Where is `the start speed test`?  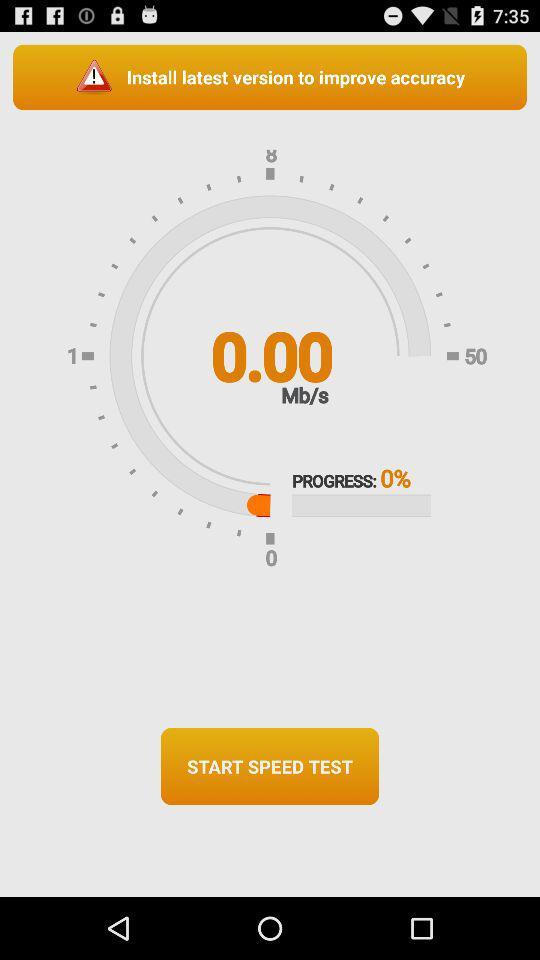
the start speed test is located at coordinates (270, 765).